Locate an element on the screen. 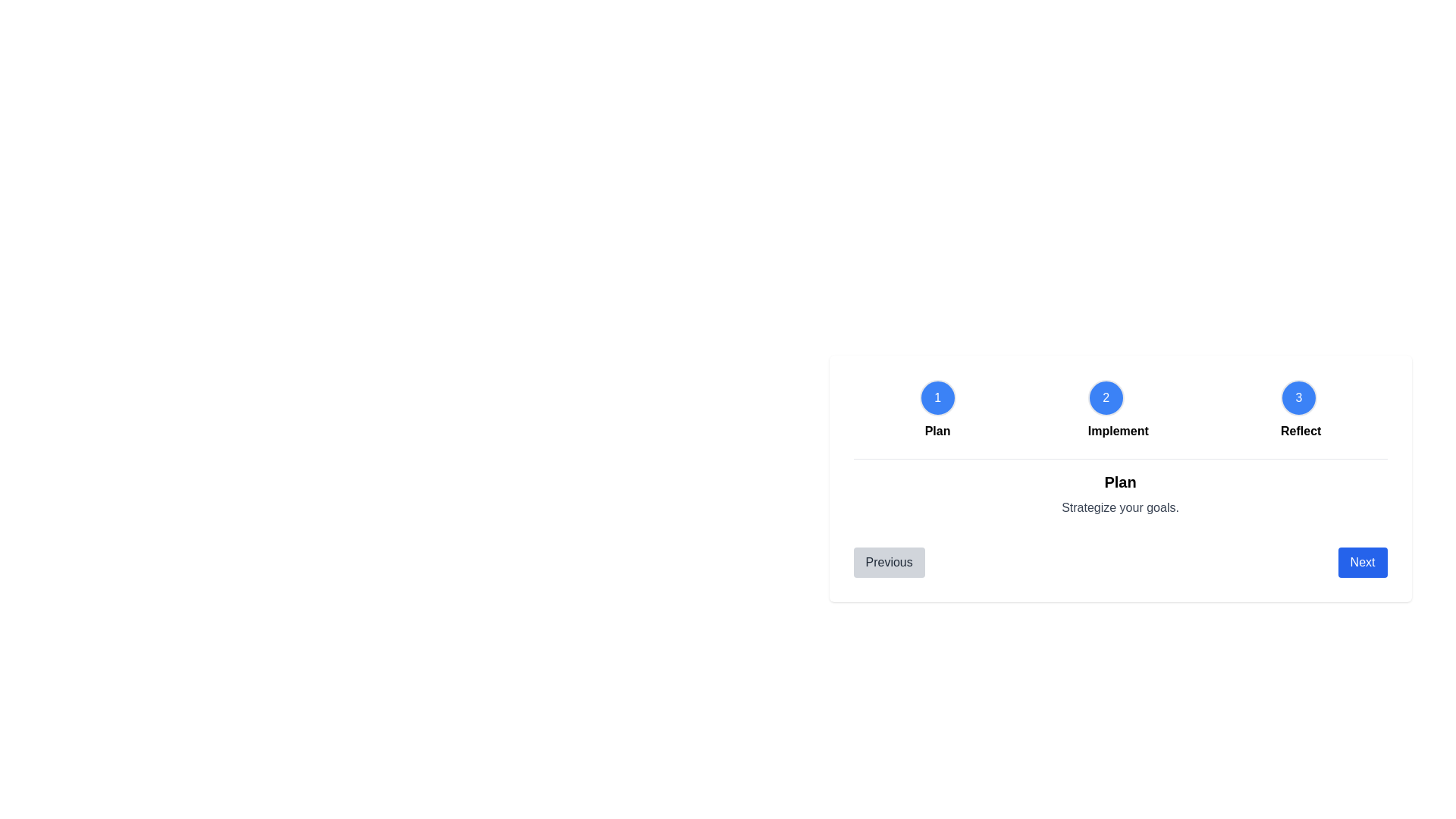 This screenshot has width=1456, height=819. the 'Next' button to proceed to the next step in the milestone stepper is located at coordinates (1362, 562).